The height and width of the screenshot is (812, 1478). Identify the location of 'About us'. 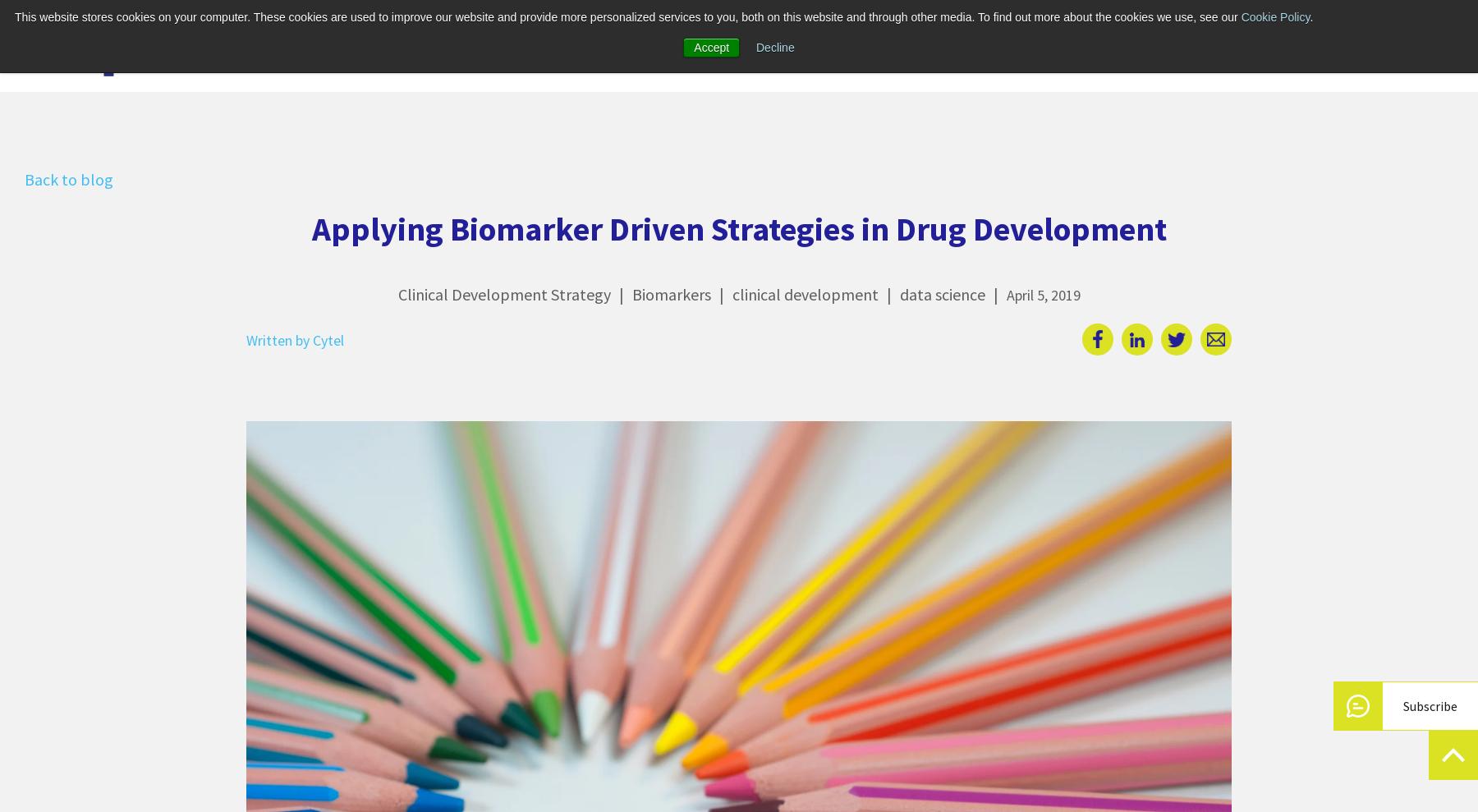
(911, 47).